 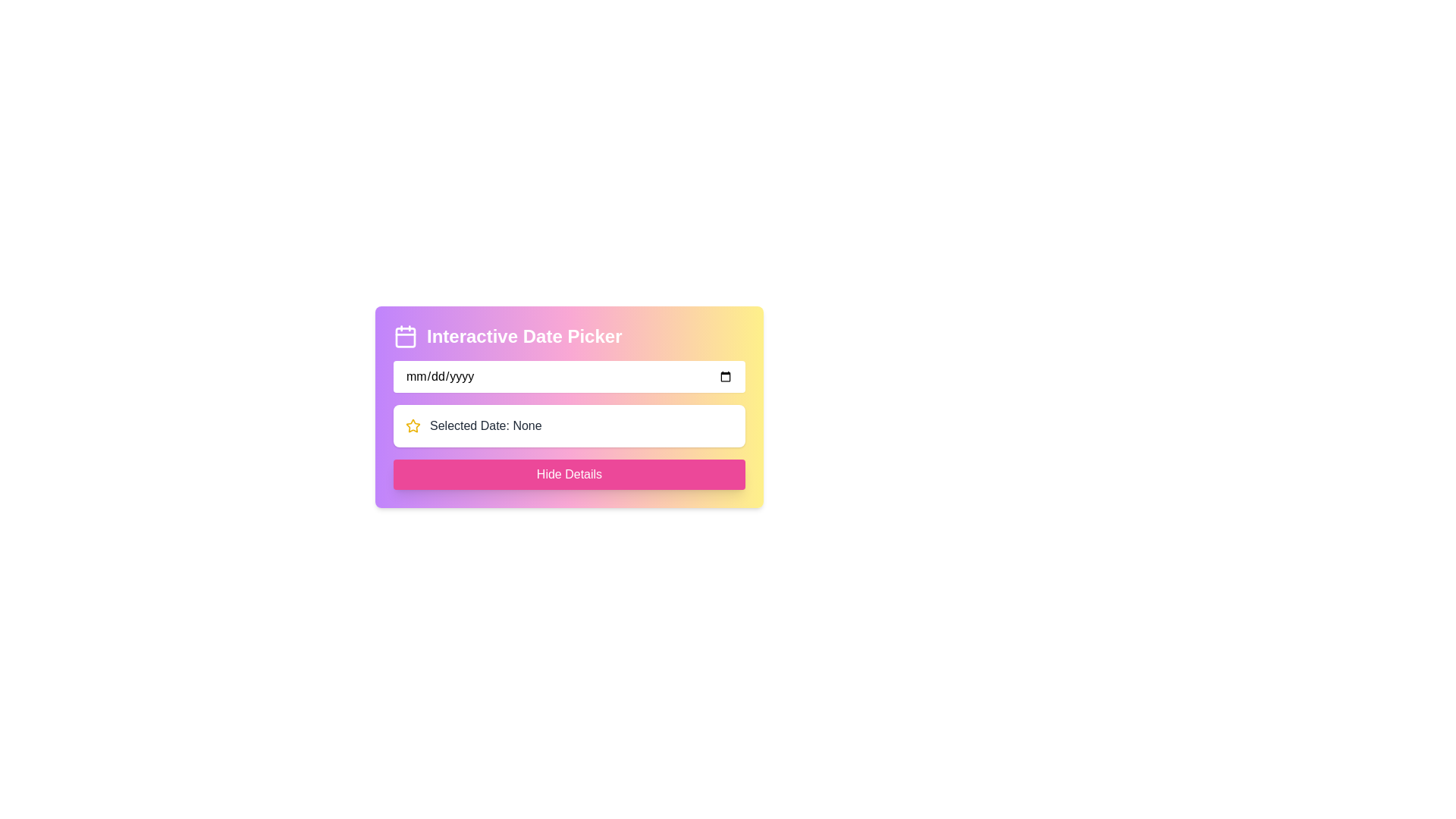 What do you see at coordinates (413, 426) in the screenshot?
I see `the star icon, which represents a selectable rating or favorite mark, positioned to the left of the text 'Selected Date: None'` at bounding box center [413, 426].